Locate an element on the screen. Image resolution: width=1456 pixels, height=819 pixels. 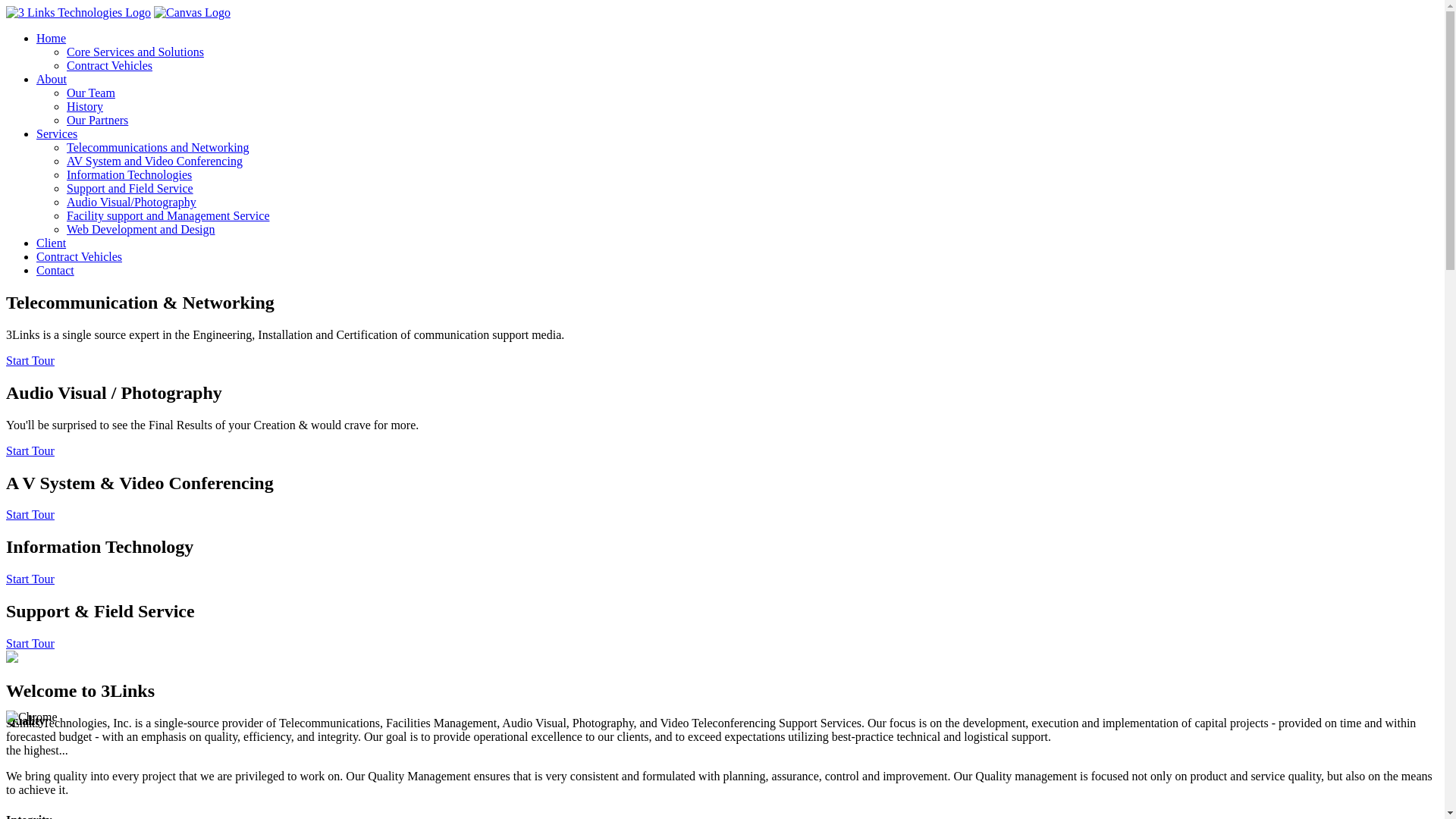
'Home' is located at coordinates (36, 37).